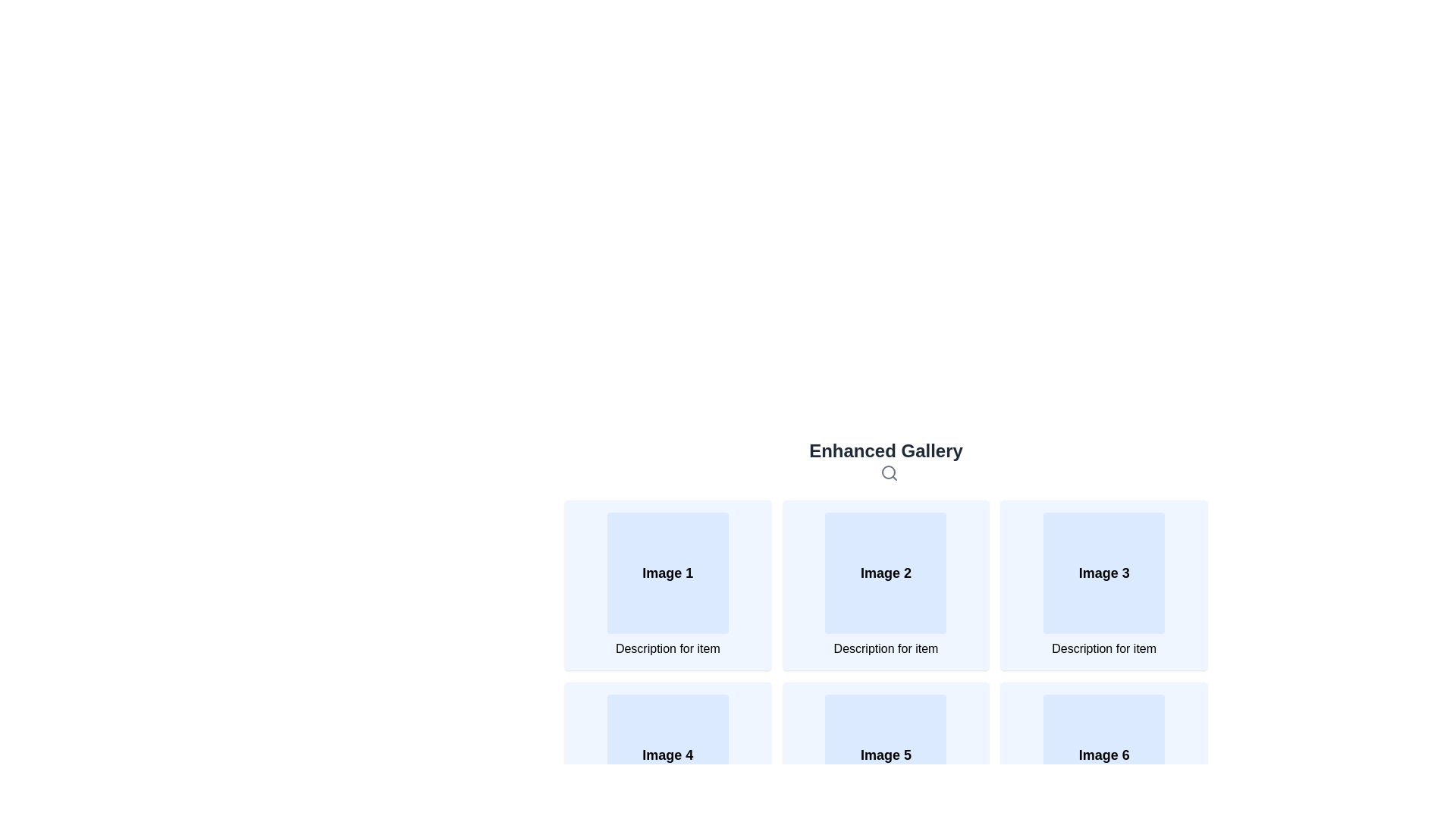 The image size is (1456, 819). Describe the element at coordinates (889, 472) in the screenshot. I see `the search icon located immediately to the right of the 'Enhanced Gallery' text label to initiate a search action` at that location.